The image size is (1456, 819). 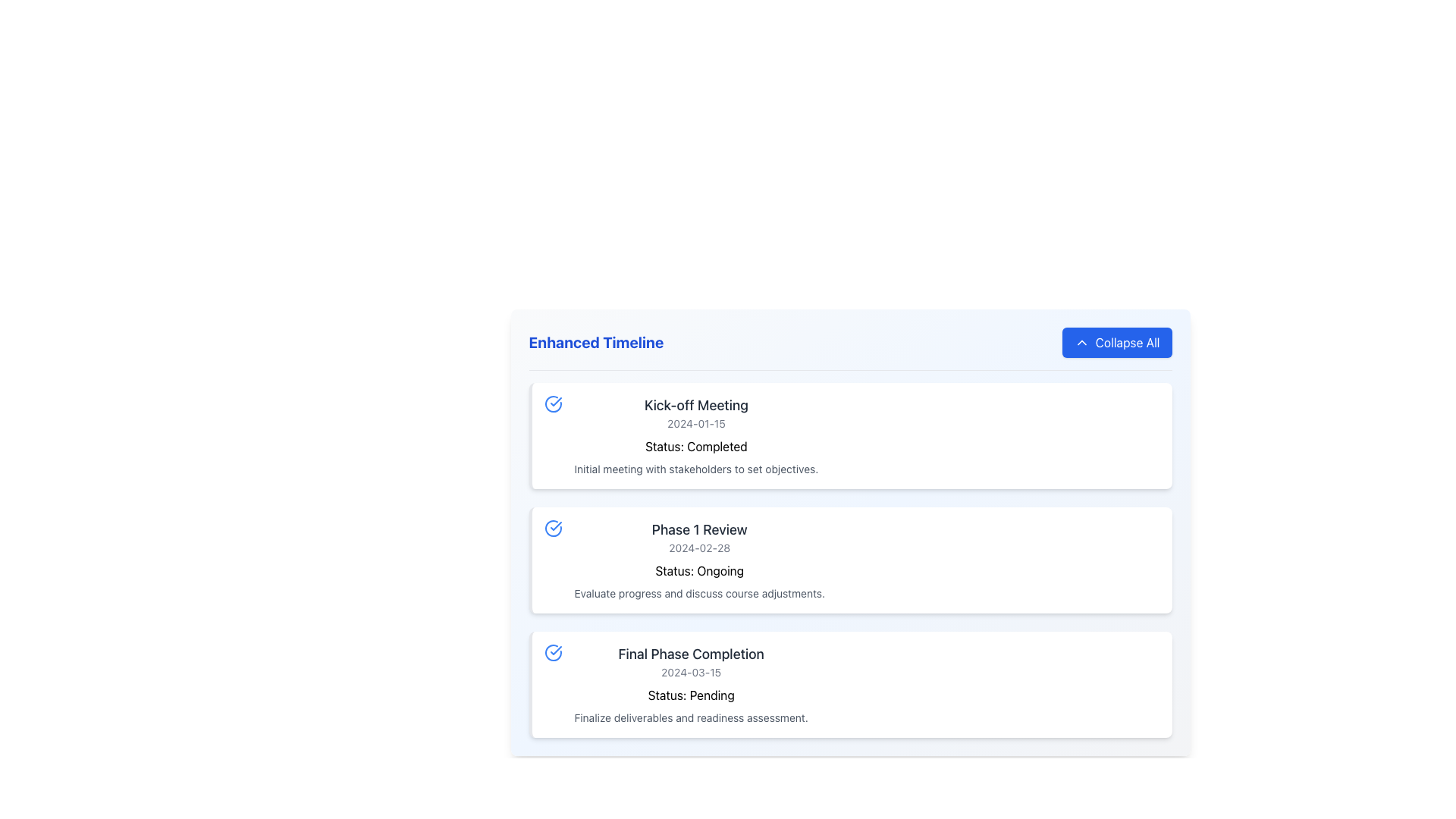 I want to click on text label displaying 'Status: Pending' located in the 'Final Phase Completion' section of the timeline, positioned between the date '2024-03-15' and the text 'Finalize deliverables and readiness assessment', so click(x=690, y=692).